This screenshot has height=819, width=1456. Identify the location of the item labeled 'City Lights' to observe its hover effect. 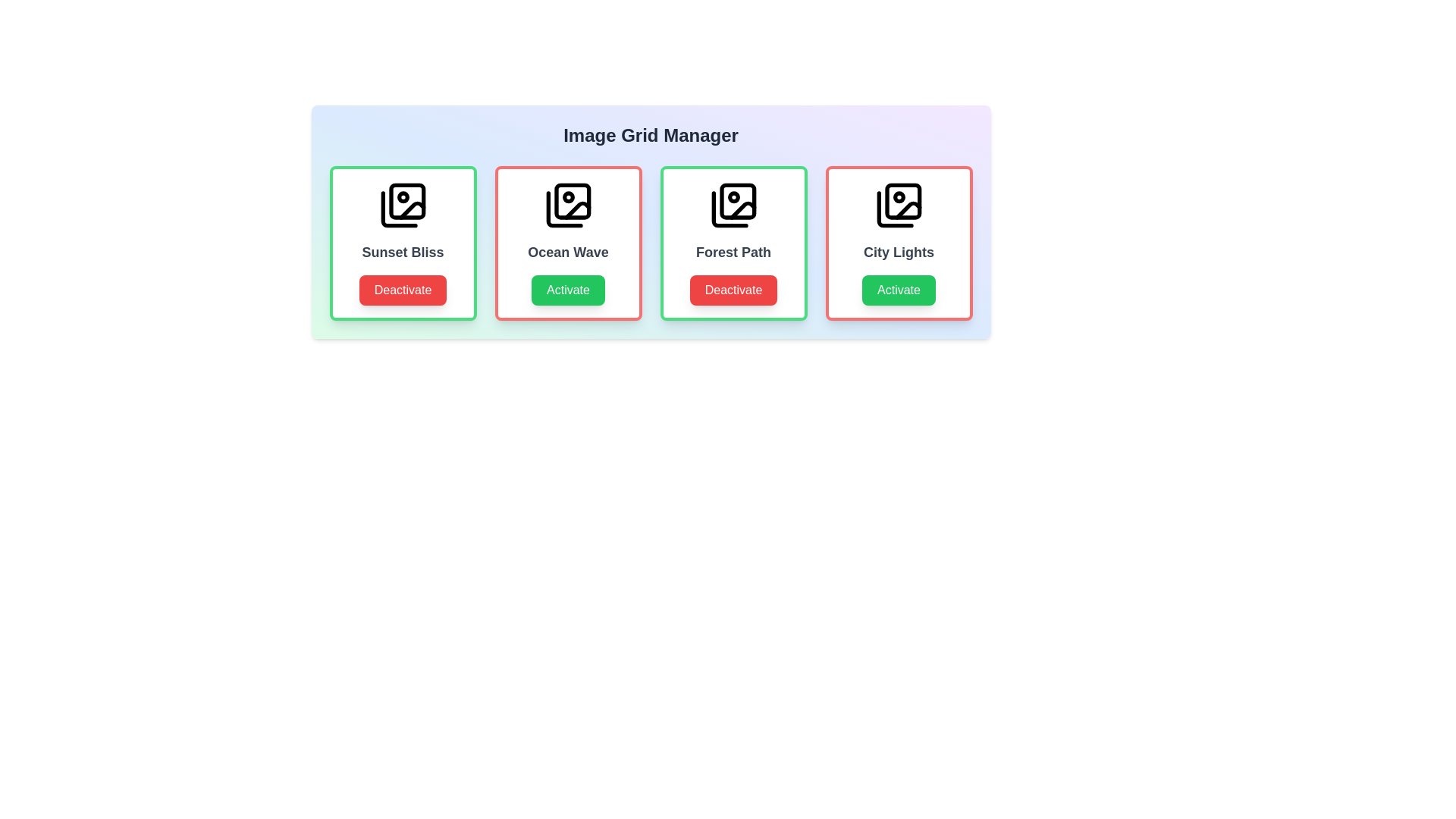
(899, 242).